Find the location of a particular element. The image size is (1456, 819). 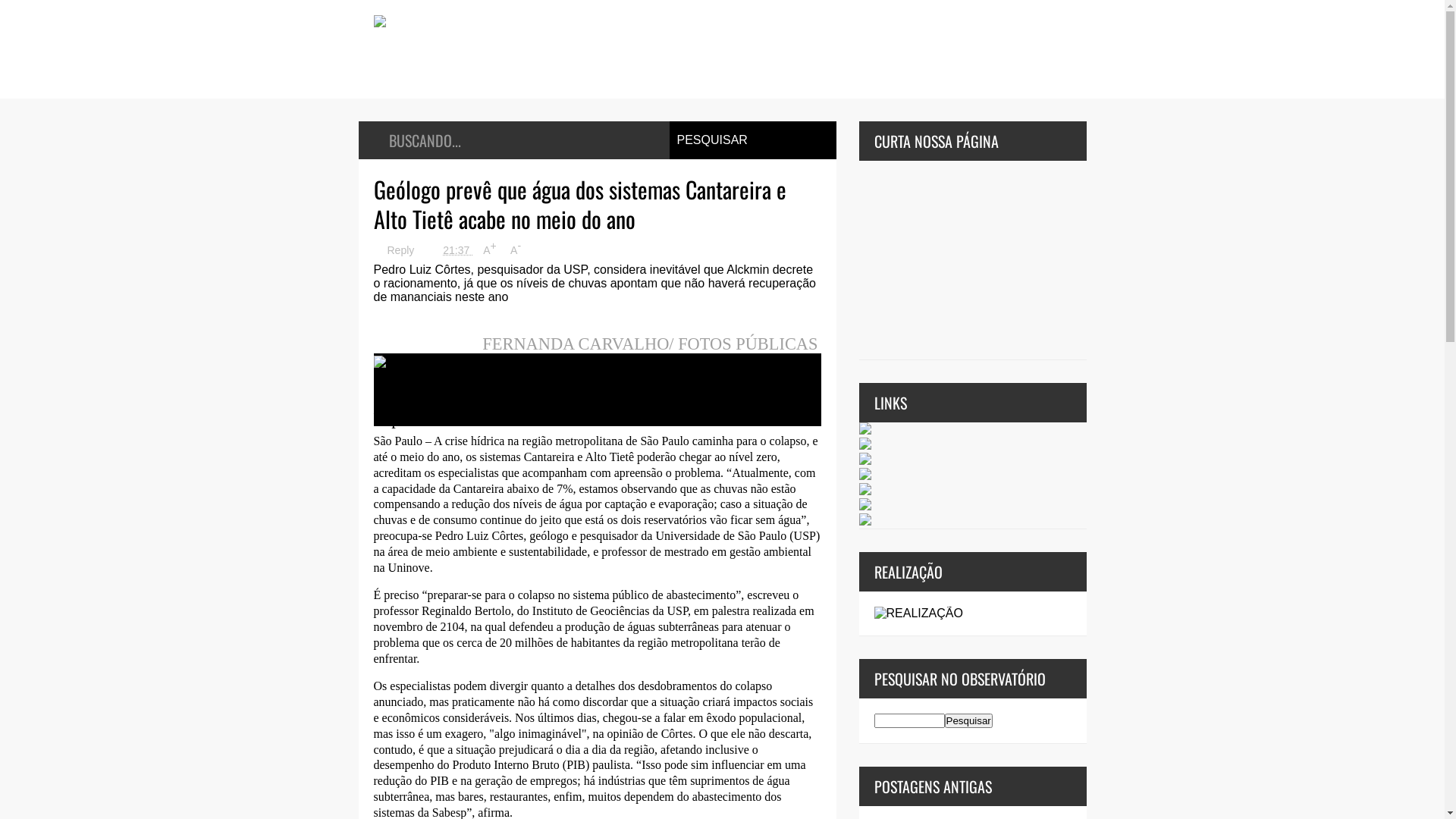

'21:37' is located at coordinates (427, 249).